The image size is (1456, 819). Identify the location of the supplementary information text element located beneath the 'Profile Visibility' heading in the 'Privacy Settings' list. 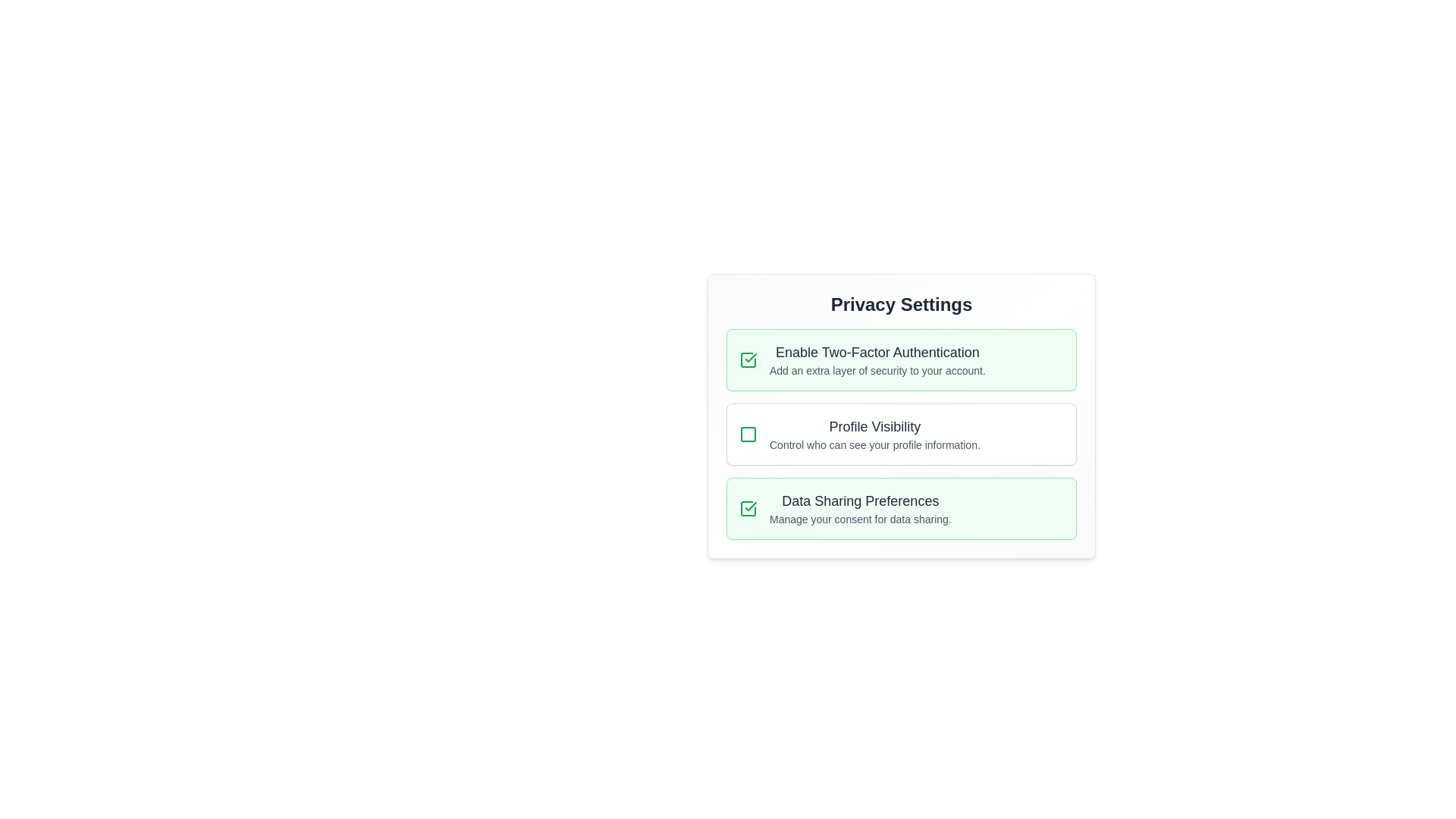
(874, 444).